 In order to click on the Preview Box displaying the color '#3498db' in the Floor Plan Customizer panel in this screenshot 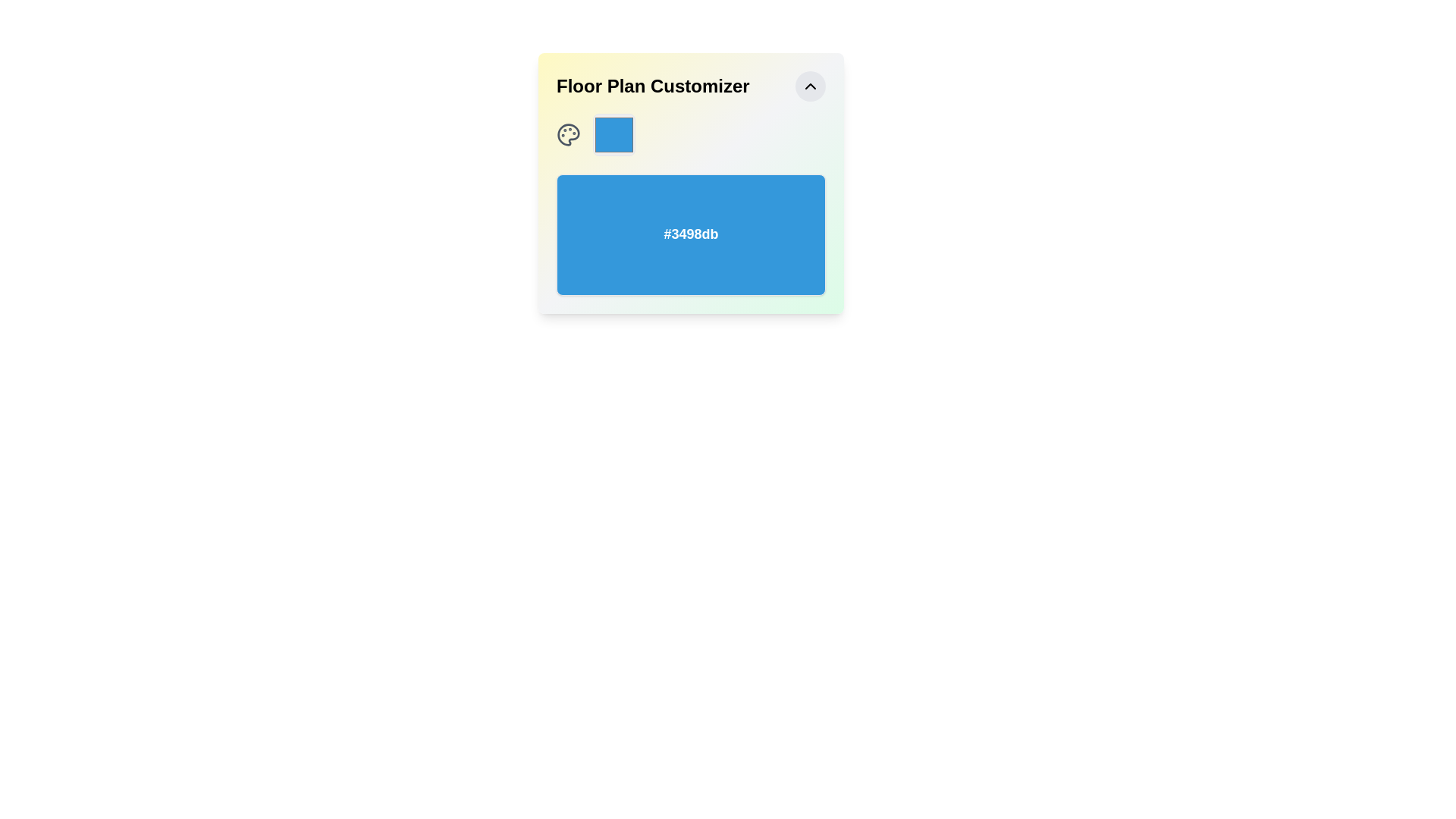, I will do `click(690, 234)`.